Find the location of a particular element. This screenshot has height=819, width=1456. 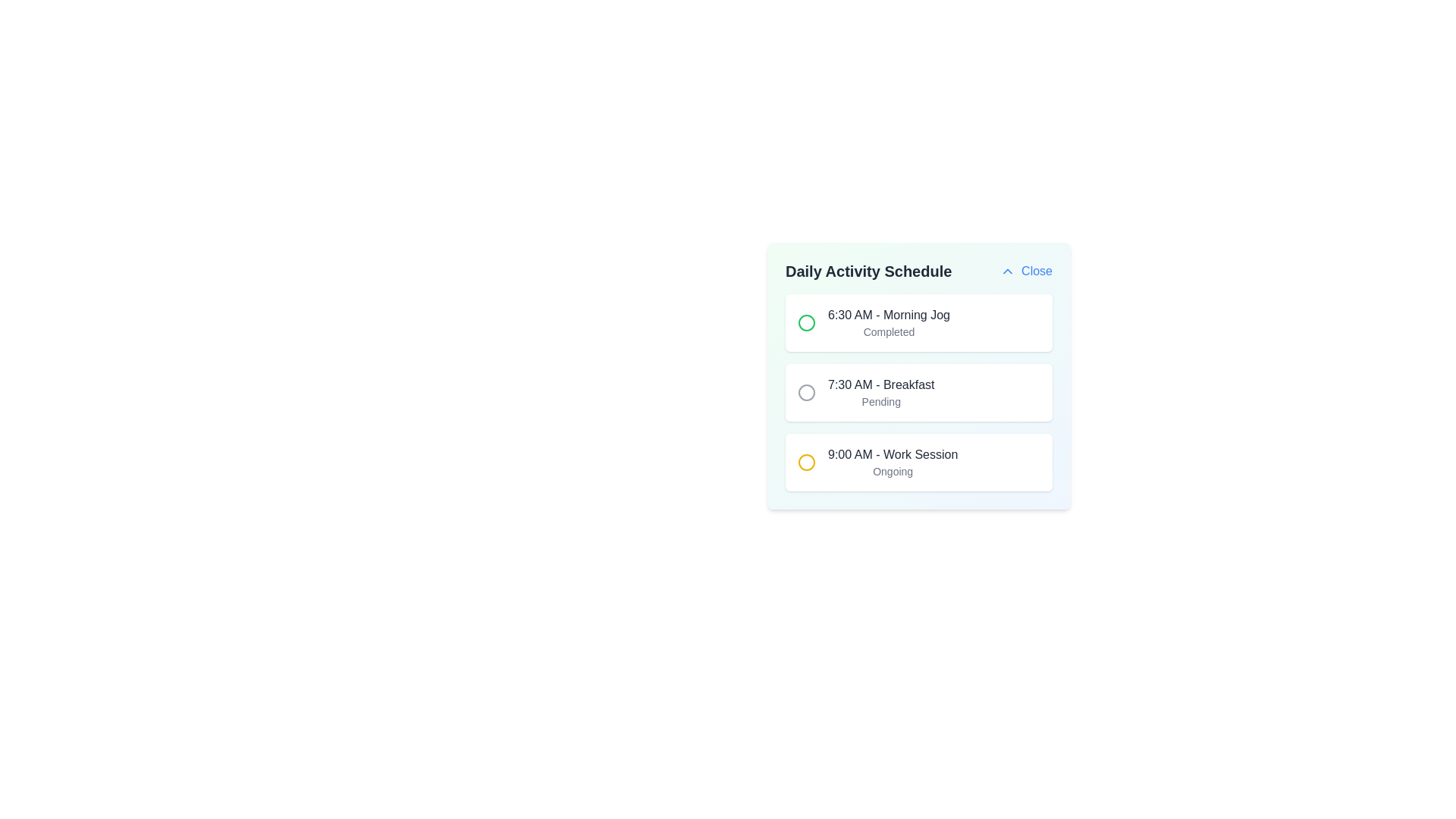

text label displaying '9:00 AM - Work Session' which is located in the third entry of the Daily Activity Schedule section, aligned horizontally near a yellow circular icon is located at coordinates (893, 454).